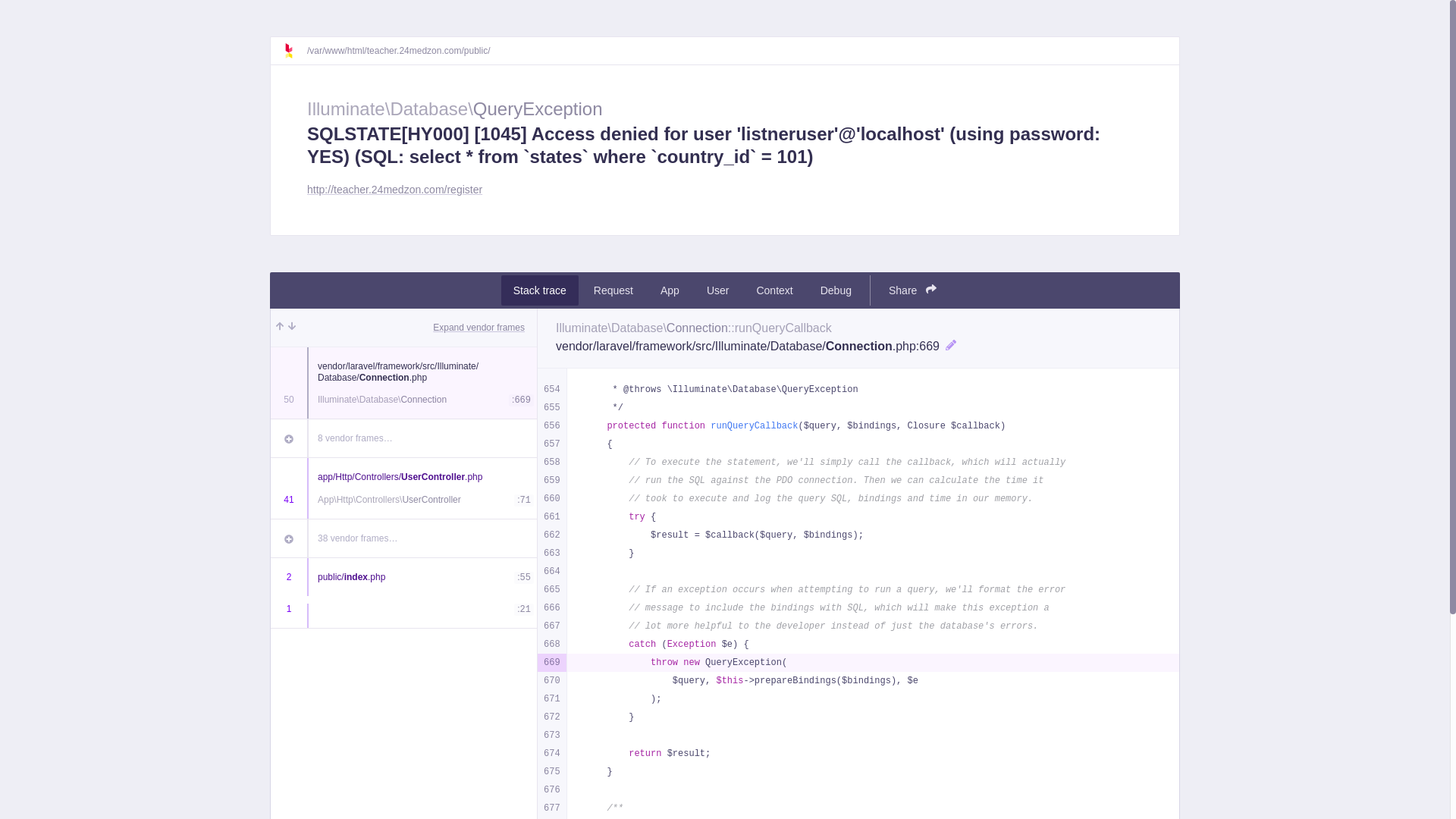 The width and height of the screenshot is (1456, 819). I want to click on 'Request', so click(581, 290).